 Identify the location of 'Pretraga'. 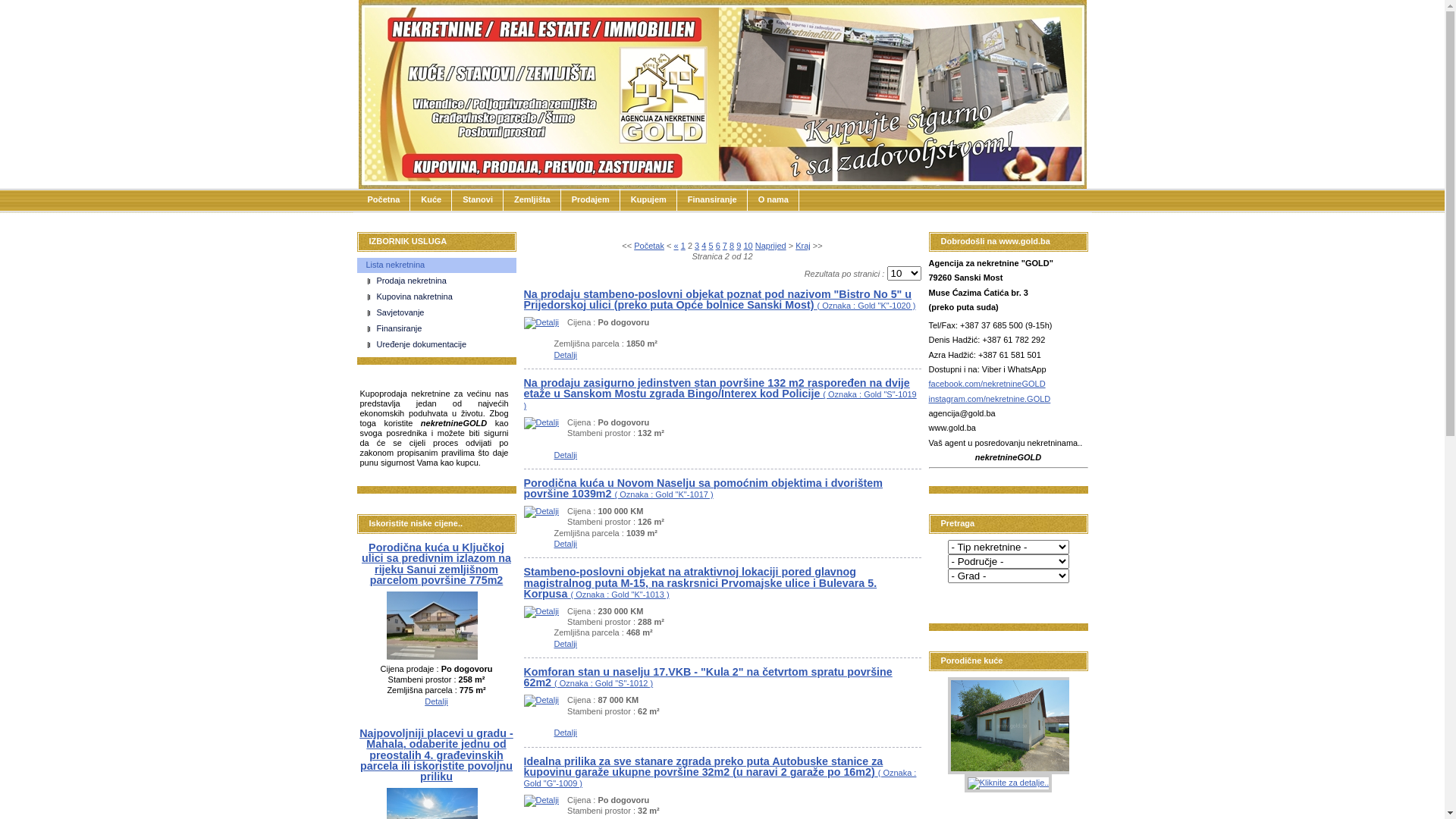
(967, 598).